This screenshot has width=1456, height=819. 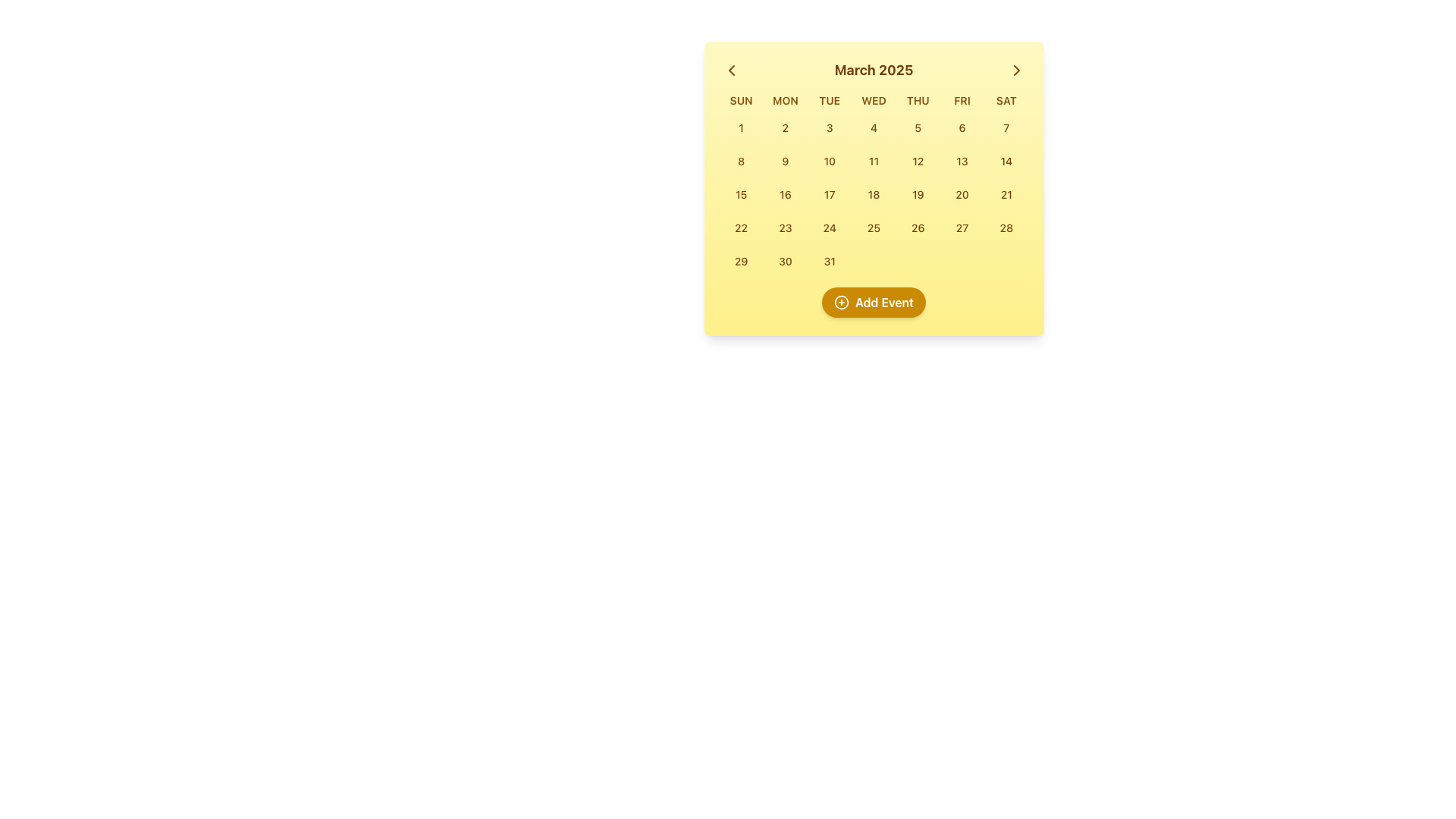 I want to click on the text label indicating the 22nd day in the calendar, so click(x=741, y=227).